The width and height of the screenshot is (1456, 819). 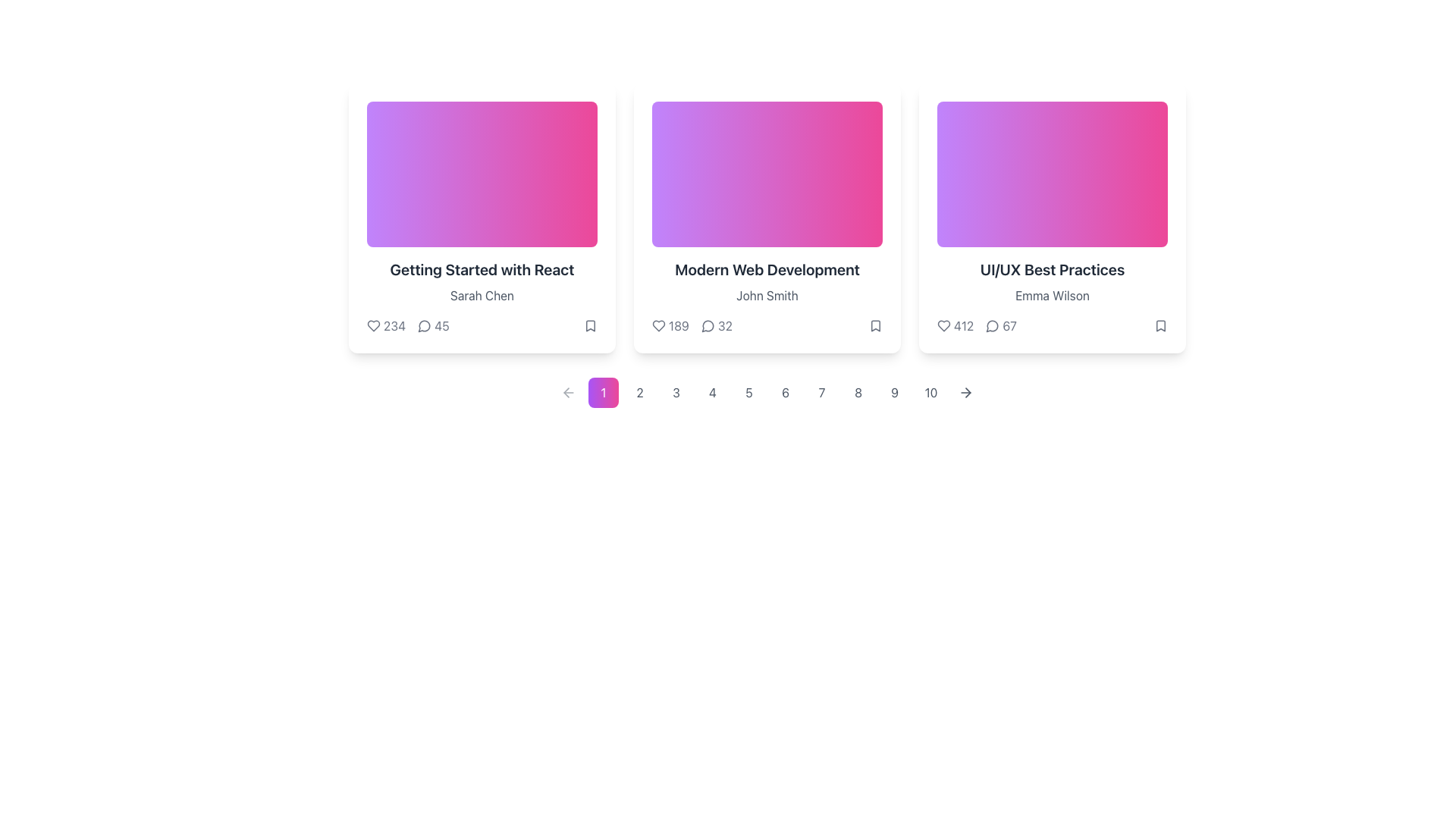 I want to click on the interactive comment indicator displaying the number '67' located in the bottom-right section of the 'UI/UX Best Practices' card by Emma Wilson, so click(x=1001, y=325).